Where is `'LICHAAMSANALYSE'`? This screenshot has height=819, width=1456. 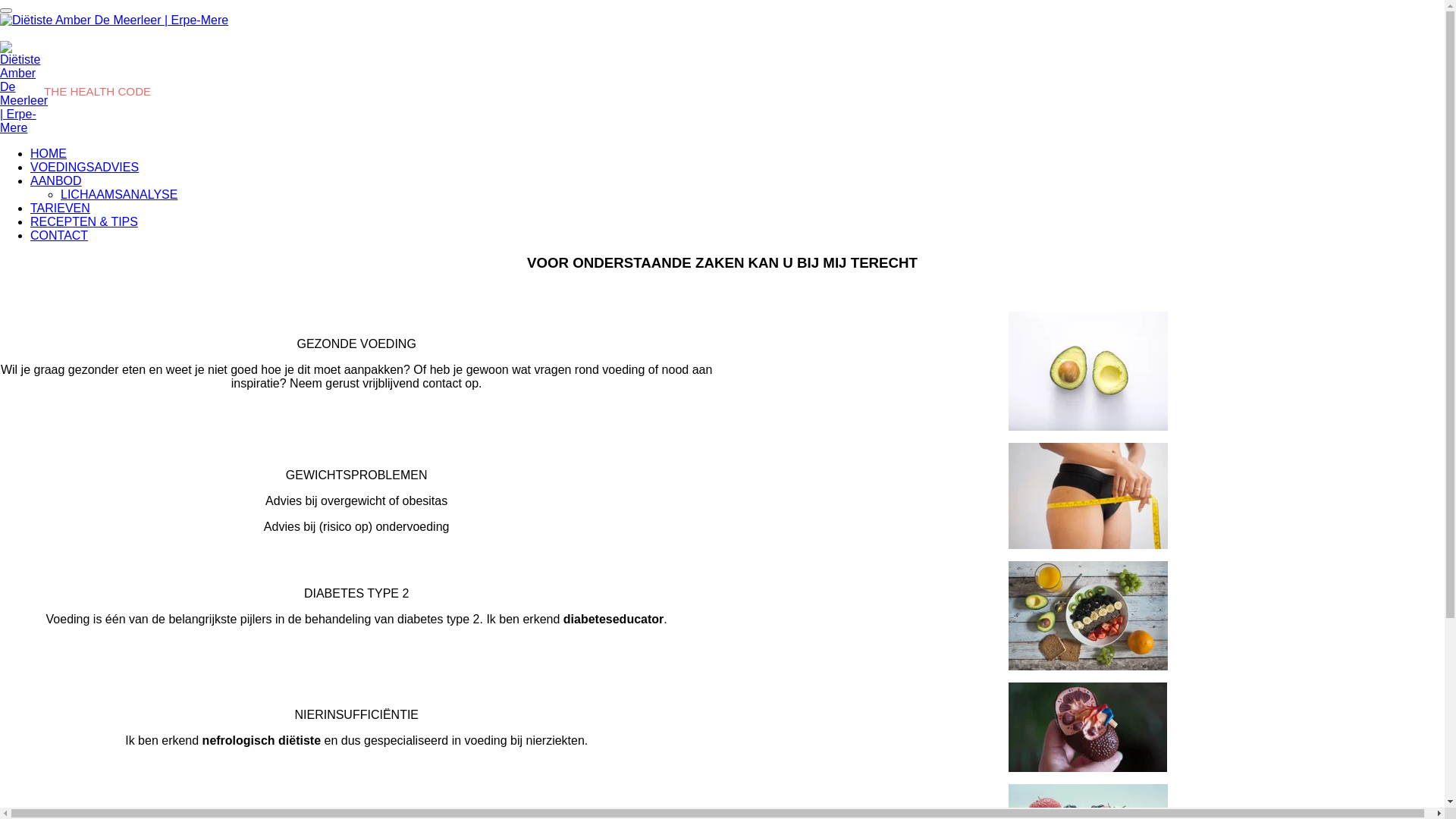 'LICHAAMSANALYSE' is located at coordinates (118, 193).